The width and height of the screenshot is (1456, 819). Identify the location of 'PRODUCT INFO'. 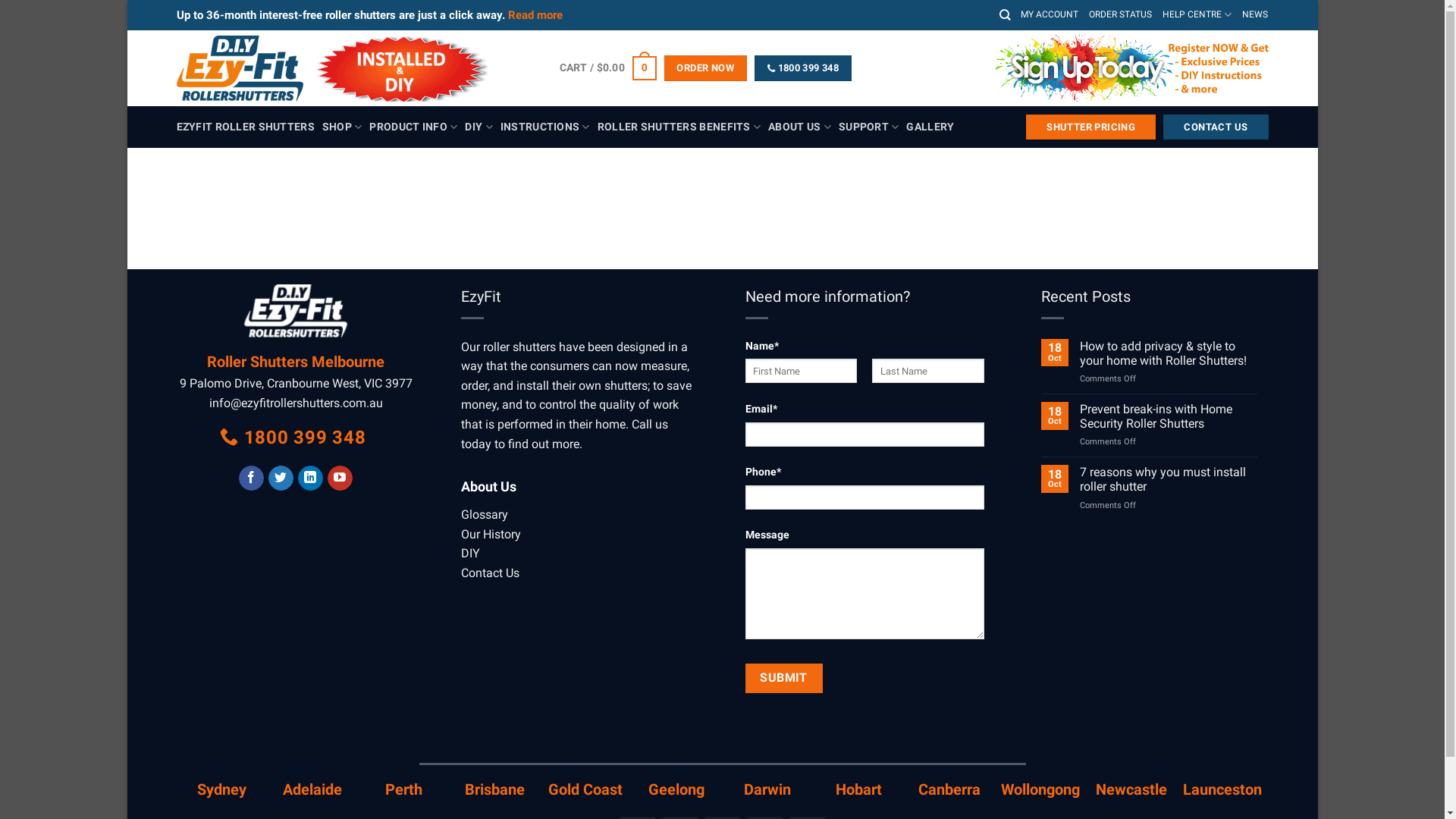
(413, 126).